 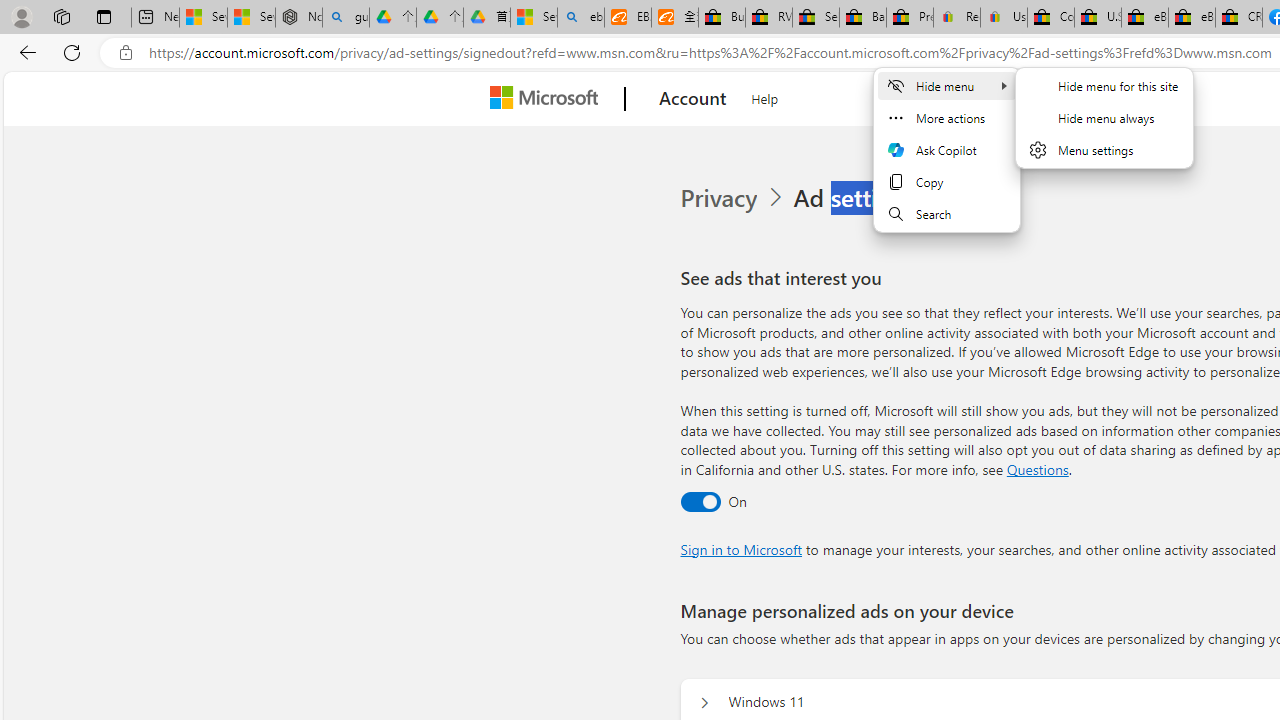 I want to click on 'Go to Questions section', so click(x=1037, y=469).